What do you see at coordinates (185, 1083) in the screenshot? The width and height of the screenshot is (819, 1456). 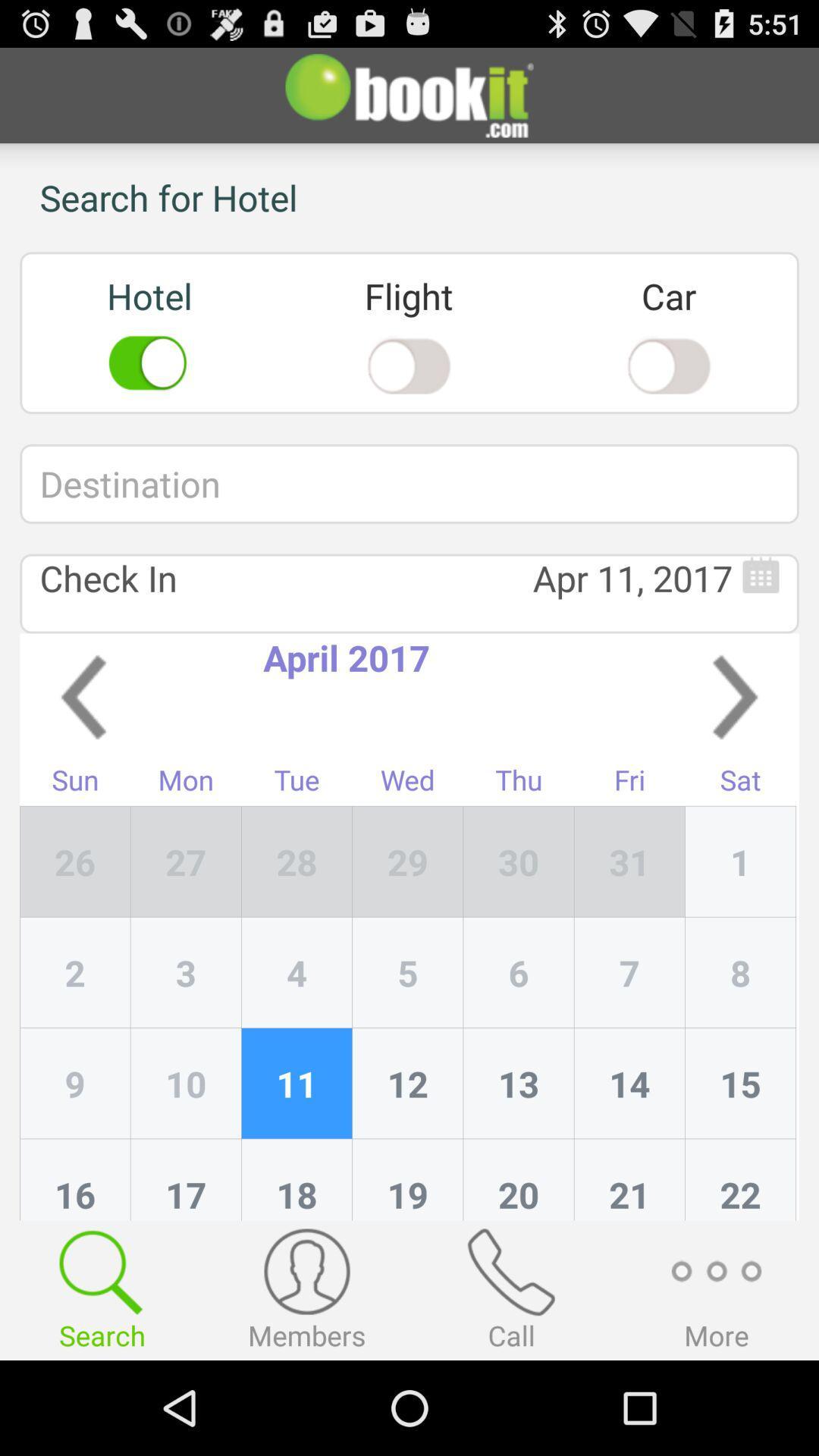 I see `icon next to 2 item` at bounding box center [185, 1083].